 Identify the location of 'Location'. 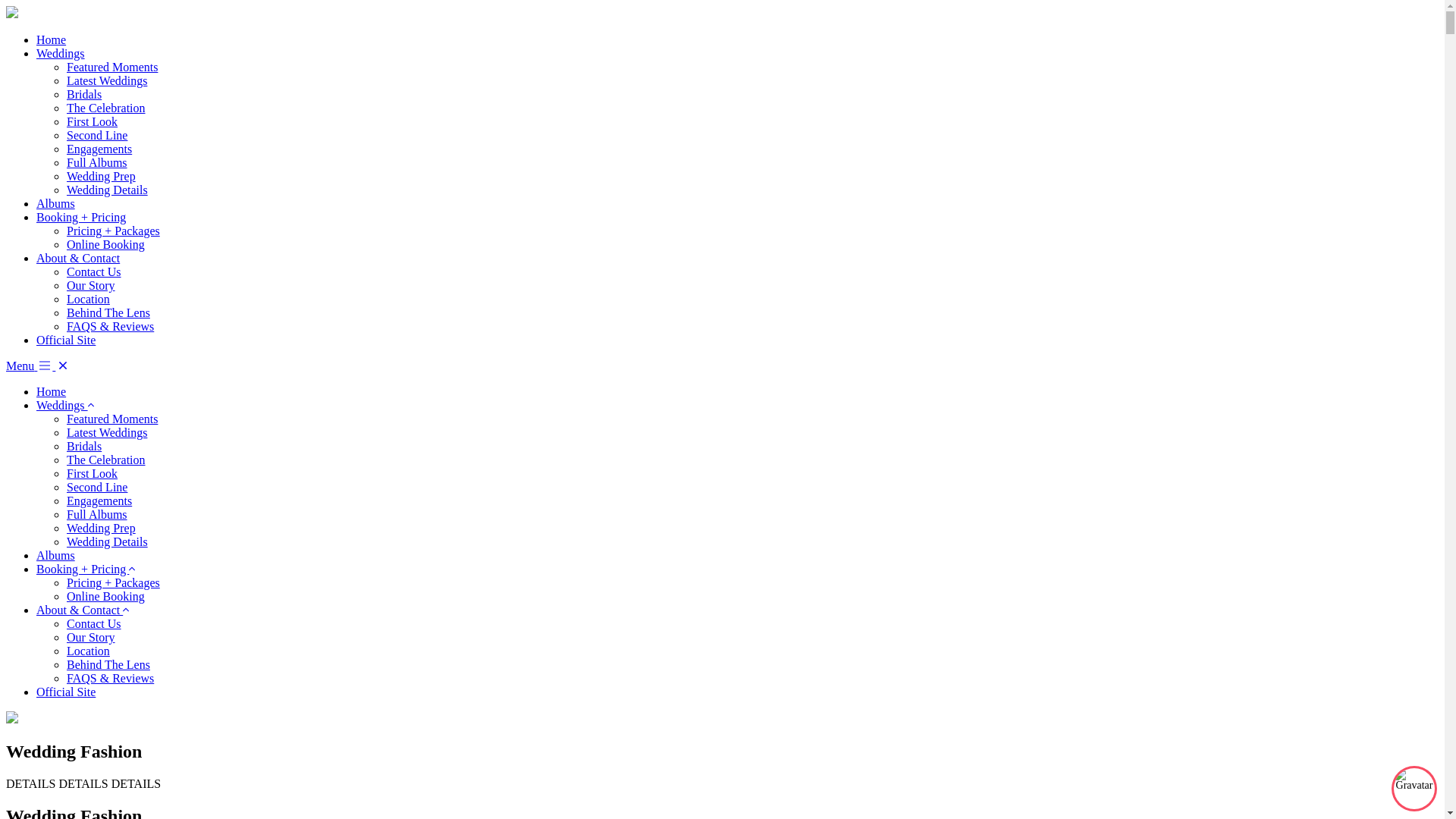
(87, 650).